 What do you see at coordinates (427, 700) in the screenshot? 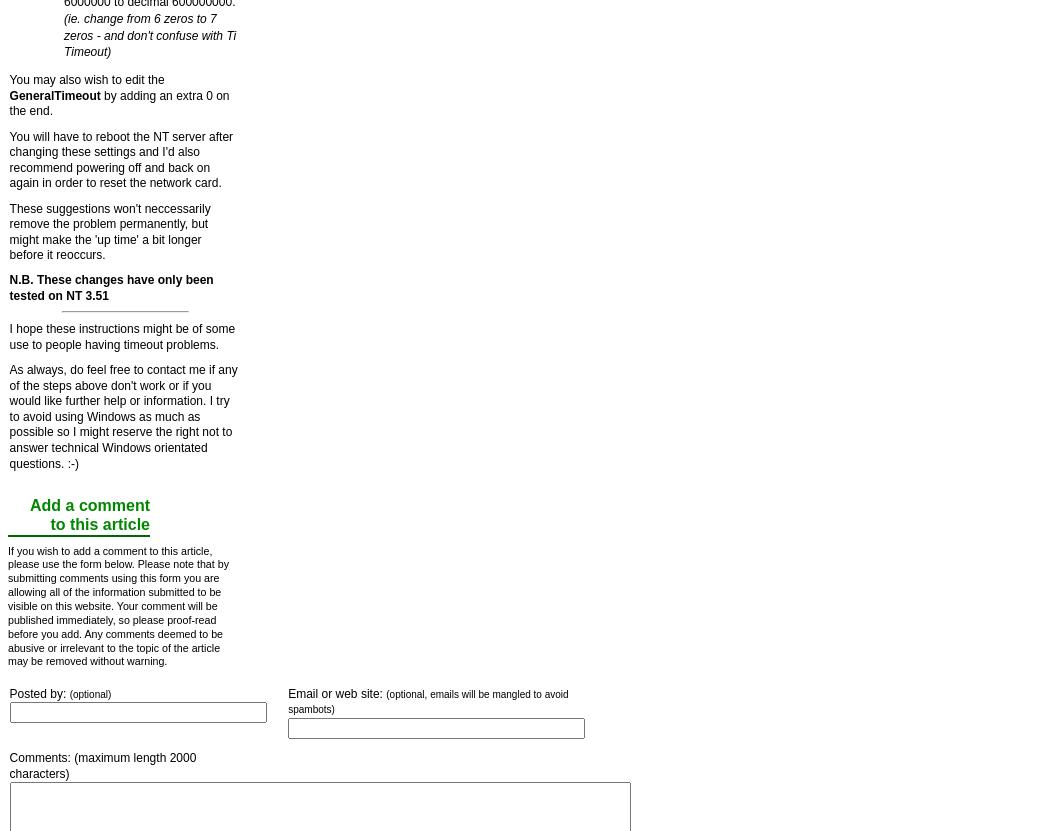
I see `'(optional, emails will be mangled to avoid spambots)'` at bounding box center [427, 700].